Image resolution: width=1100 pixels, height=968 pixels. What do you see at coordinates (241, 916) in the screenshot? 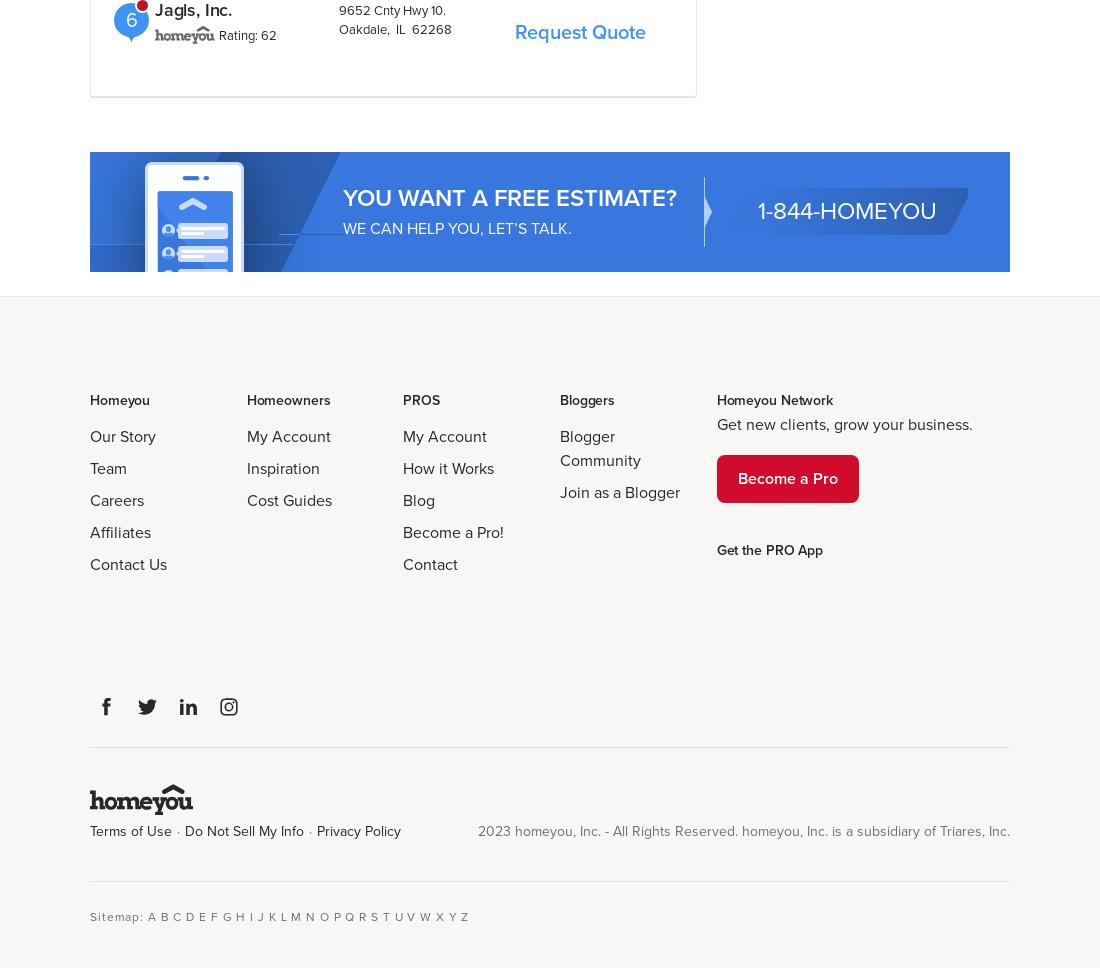
I see `'H'` at bounding box center [241, 916].